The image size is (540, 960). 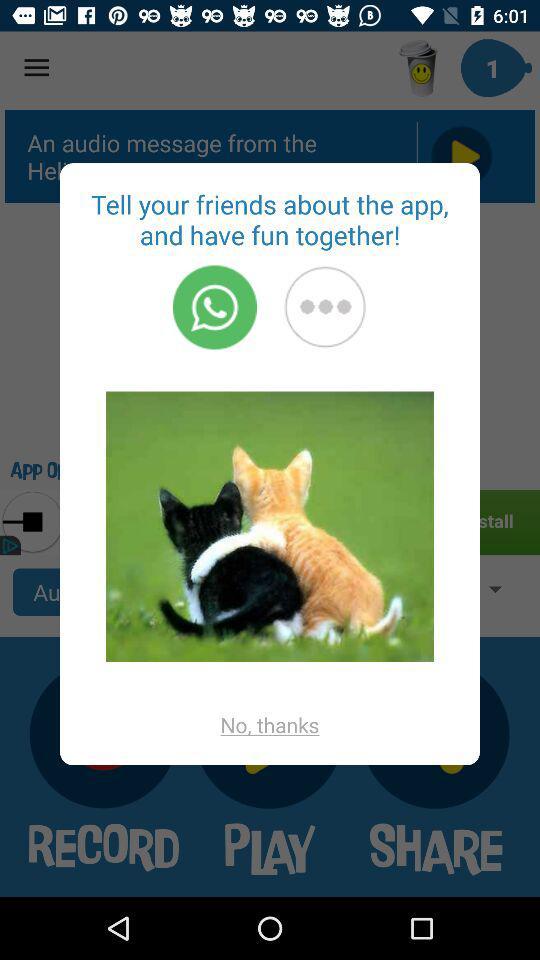 What do you see at coordinates (270, 723) in the screenshot?
I see `no, thanks app` at bounding box center [270, 723].